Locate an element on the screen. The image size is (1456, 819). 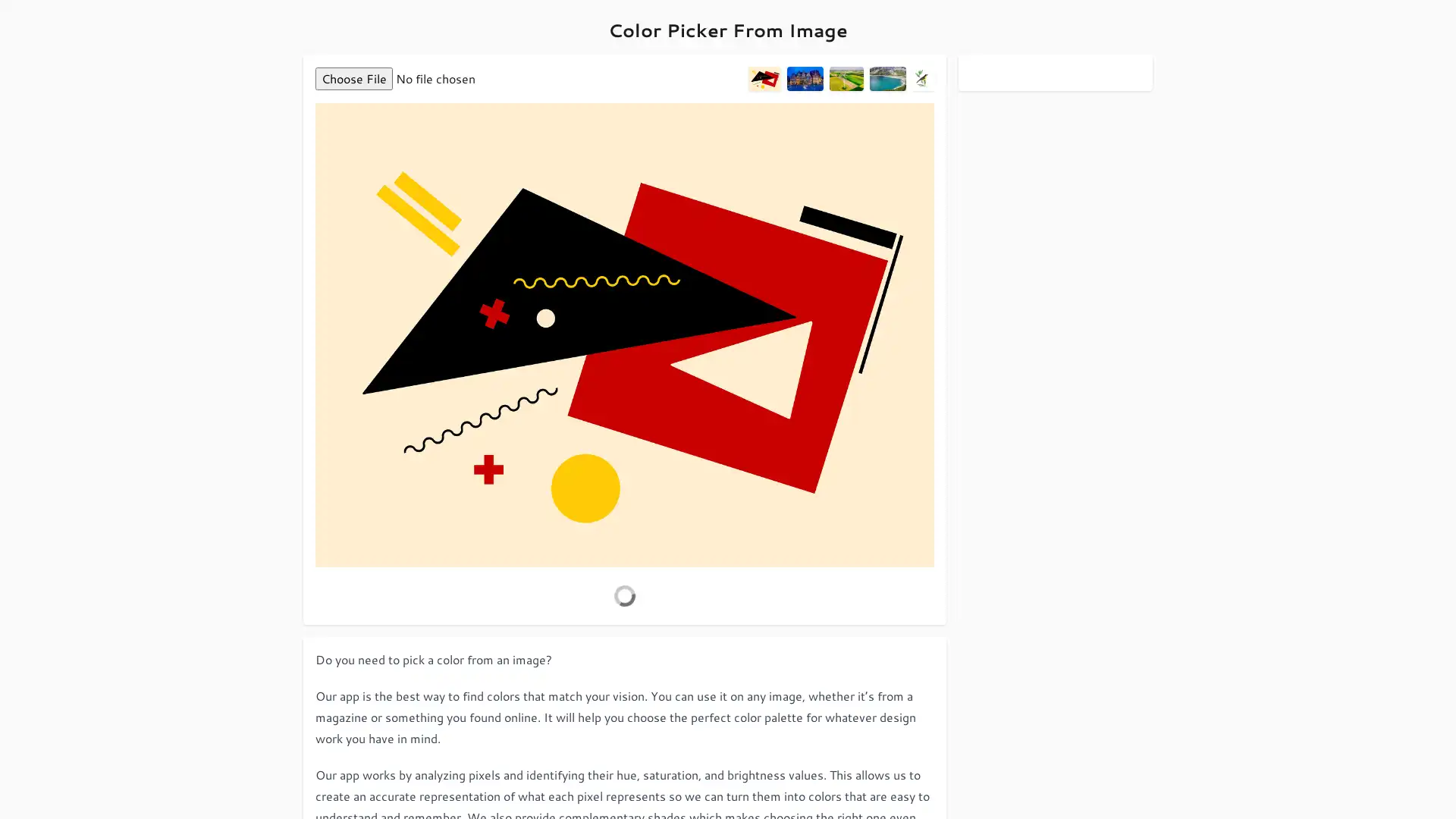
Choose File is located at coordinates (353, 79).